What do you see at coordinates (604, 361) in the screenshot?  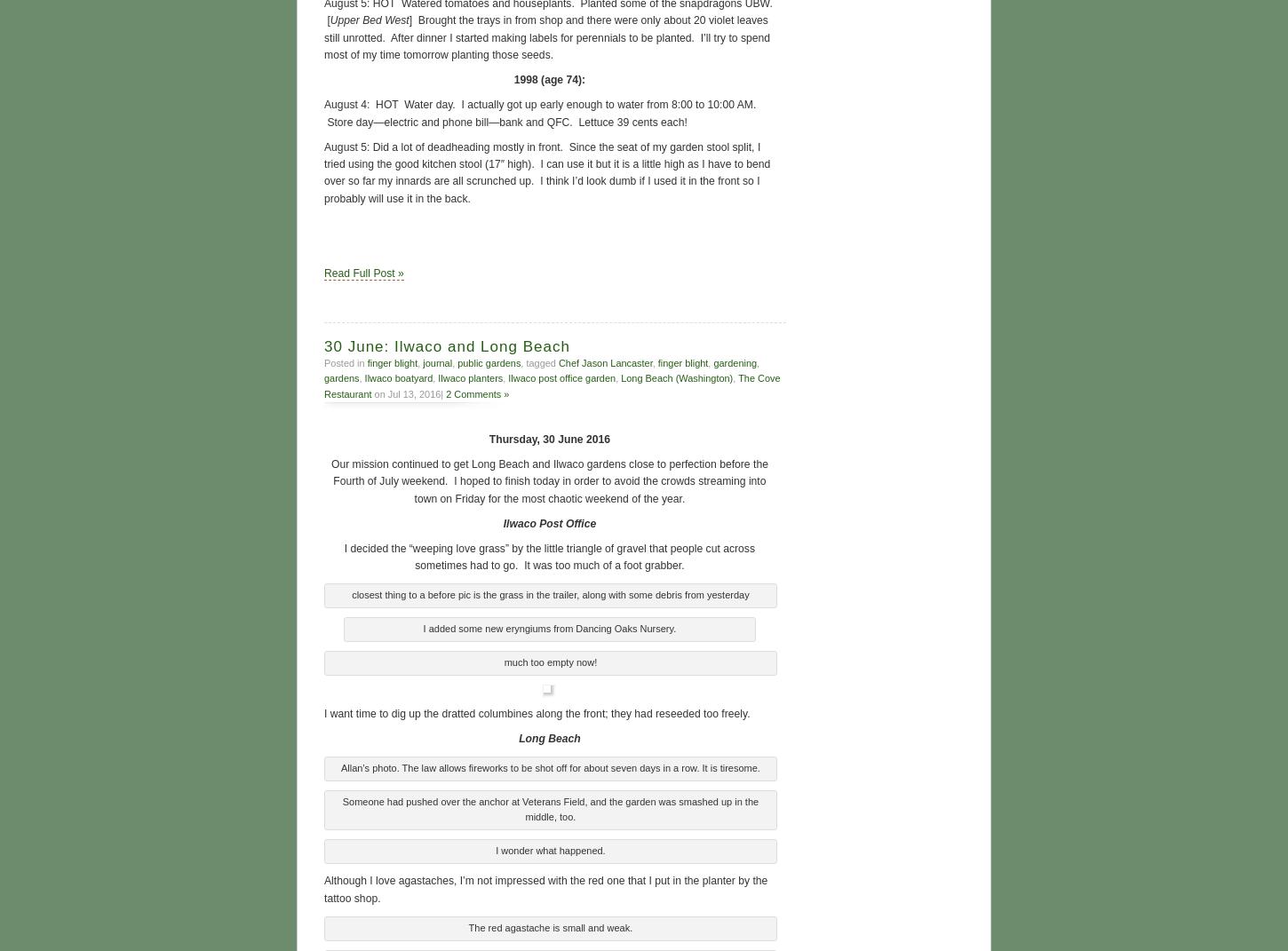 I see `'Chef Jason Lancaster'` at bounding box center [604, 361].